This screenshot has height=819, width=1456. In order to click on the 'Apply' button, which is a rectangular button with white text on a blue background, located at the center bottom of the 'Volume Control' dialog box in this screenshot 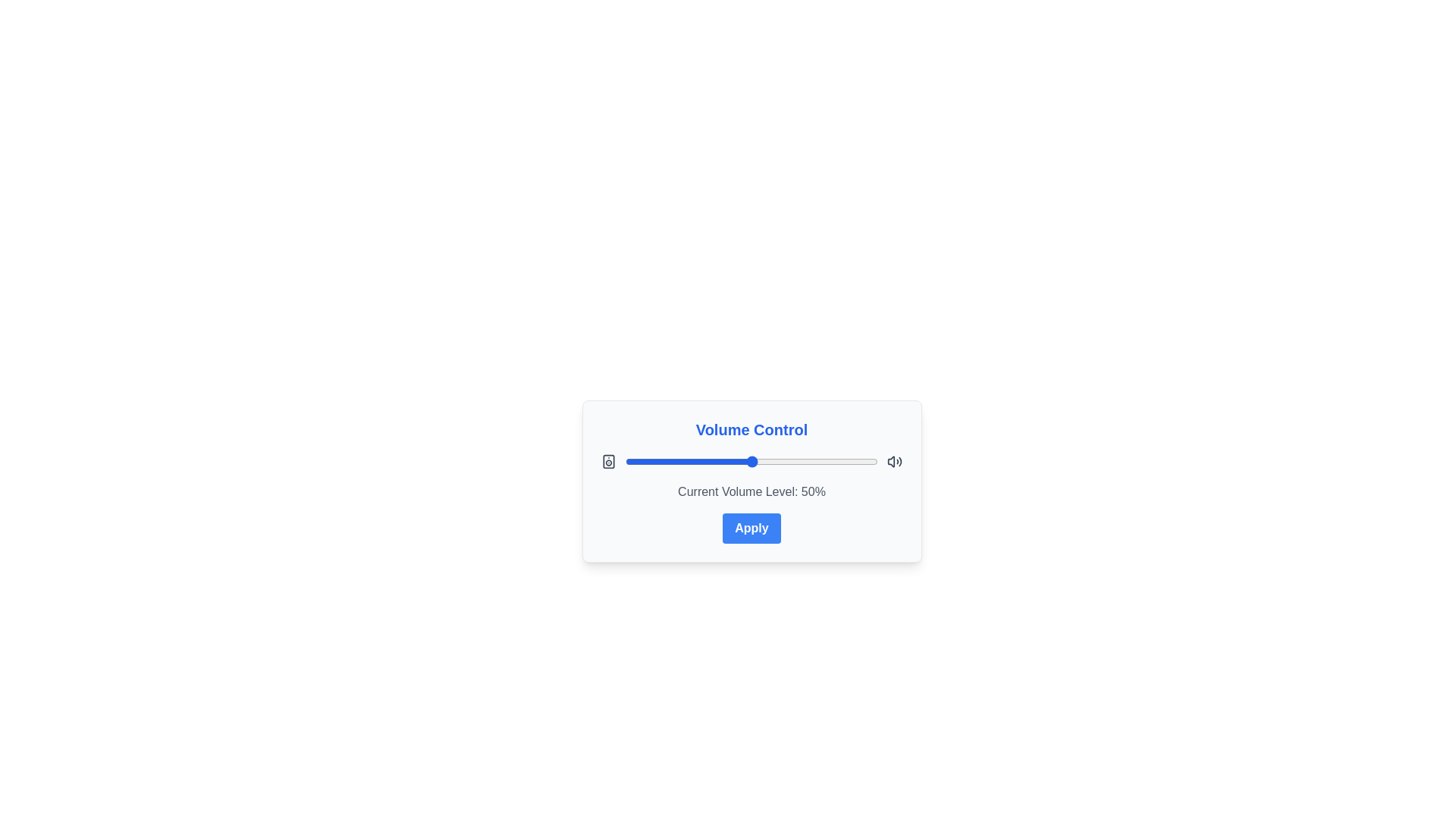, I will do `click(752, 528)`.